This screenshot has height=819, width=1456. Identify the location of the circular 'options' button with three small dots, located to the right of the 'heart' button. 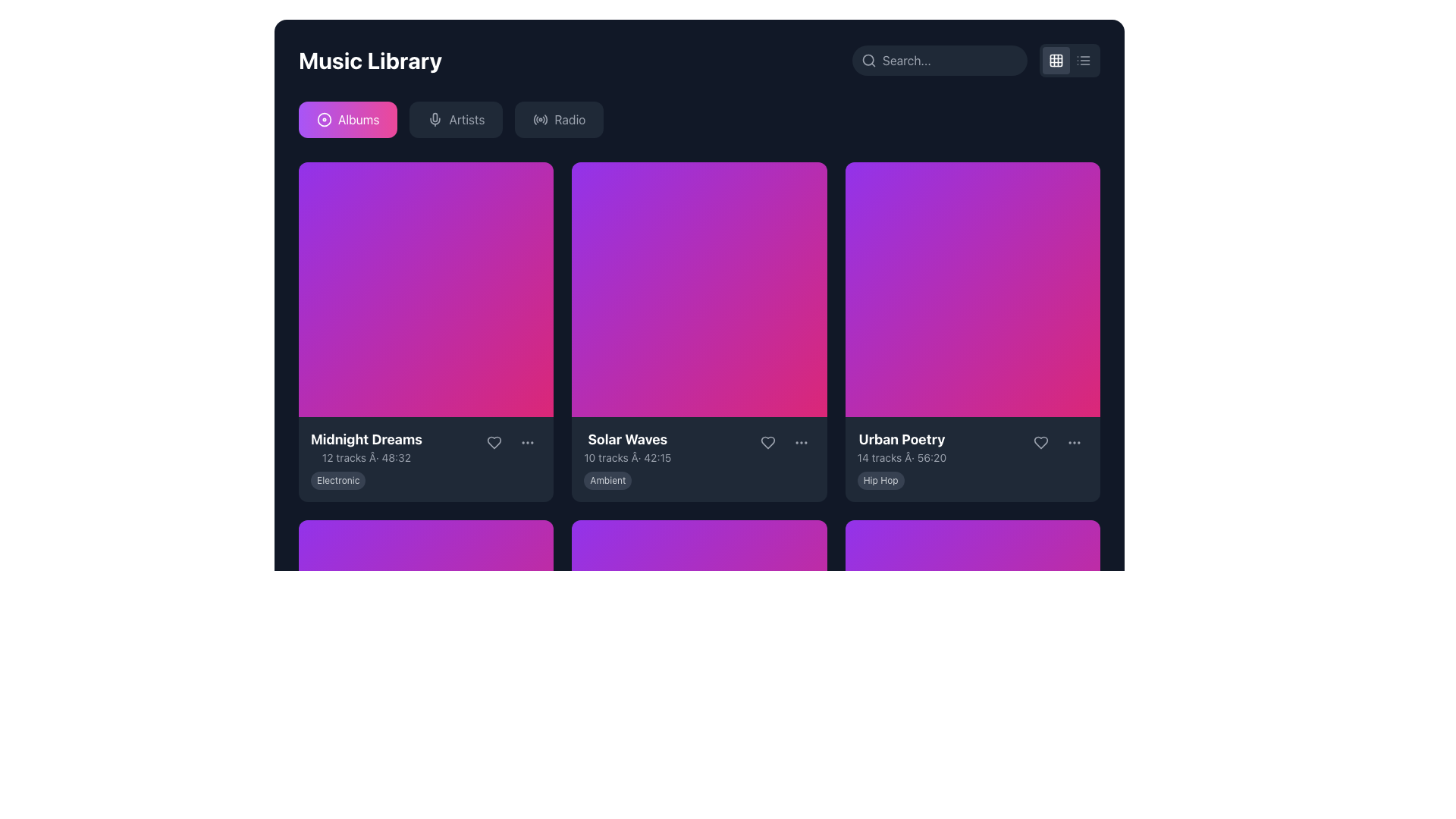
(528, 442).